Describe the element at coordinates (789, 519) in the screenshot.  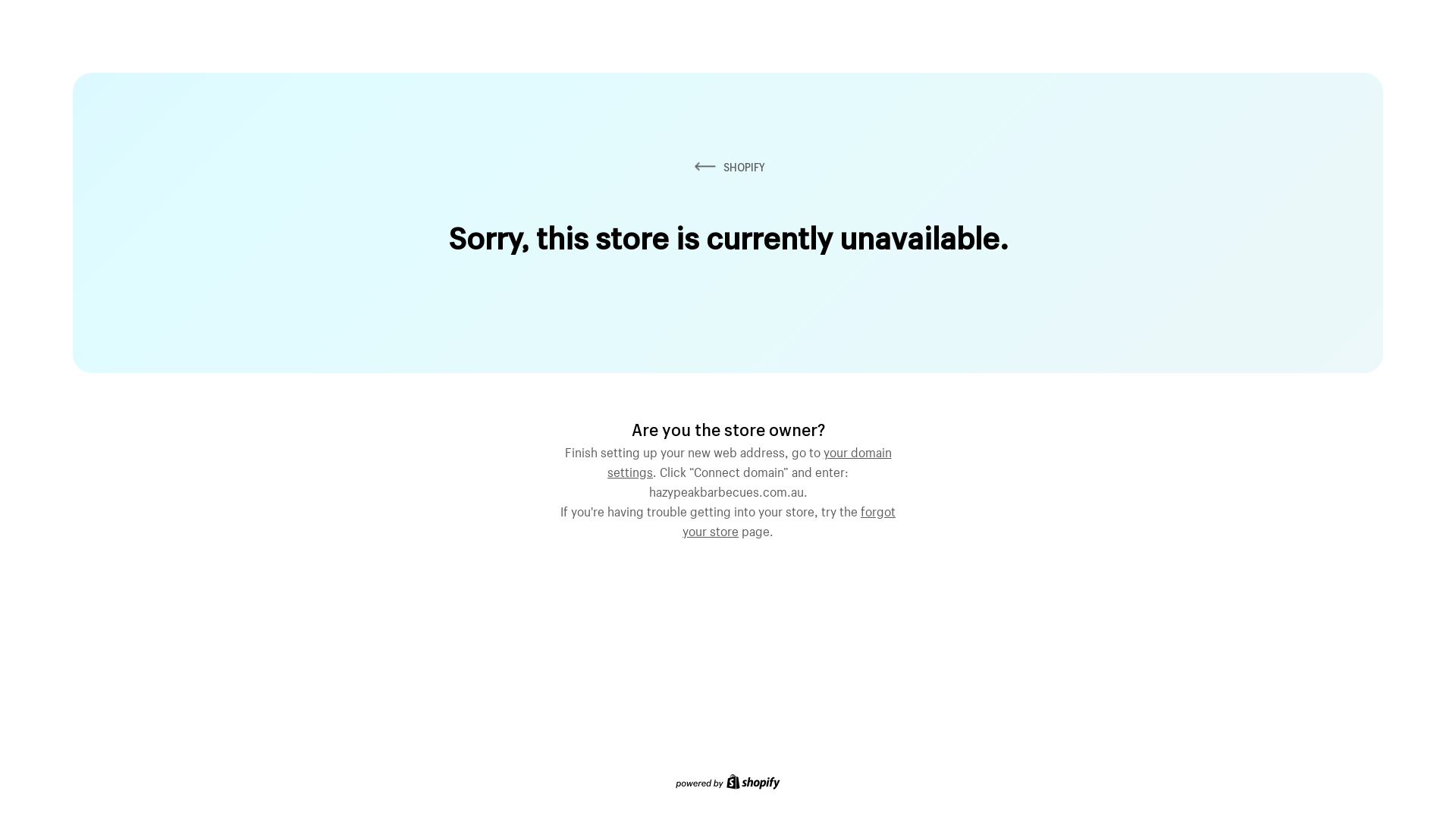
I see `'forgot your store'` at that location.